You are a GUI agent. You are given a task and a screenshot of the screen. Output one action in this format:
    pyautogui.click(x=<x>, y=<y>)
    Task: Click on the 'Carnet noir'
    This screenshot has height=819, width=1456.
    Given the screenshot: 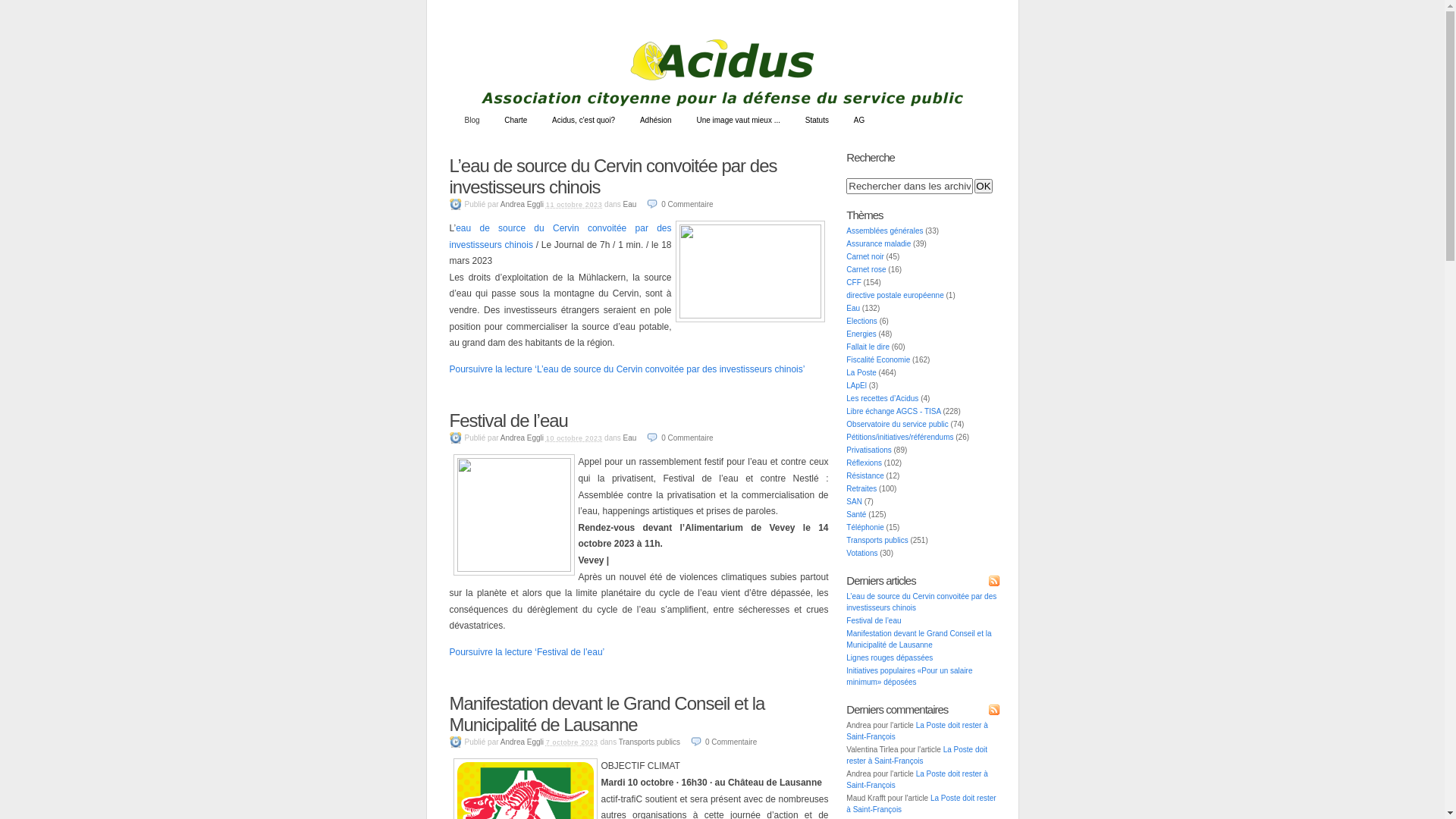 What is the action you would take?
    pyautogui.click(x=864, y=256)
    